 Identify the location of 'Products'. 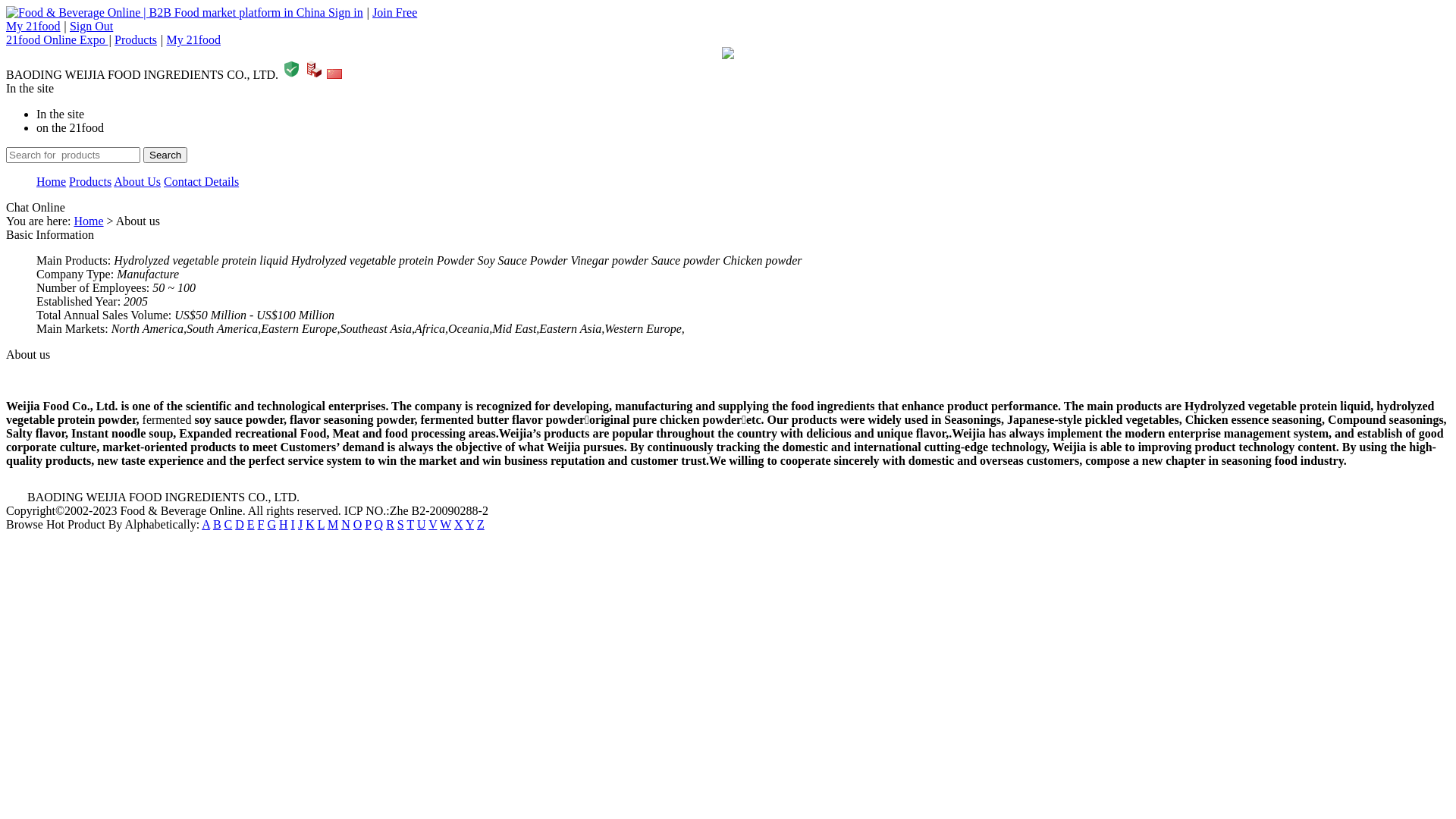
(89, 180).